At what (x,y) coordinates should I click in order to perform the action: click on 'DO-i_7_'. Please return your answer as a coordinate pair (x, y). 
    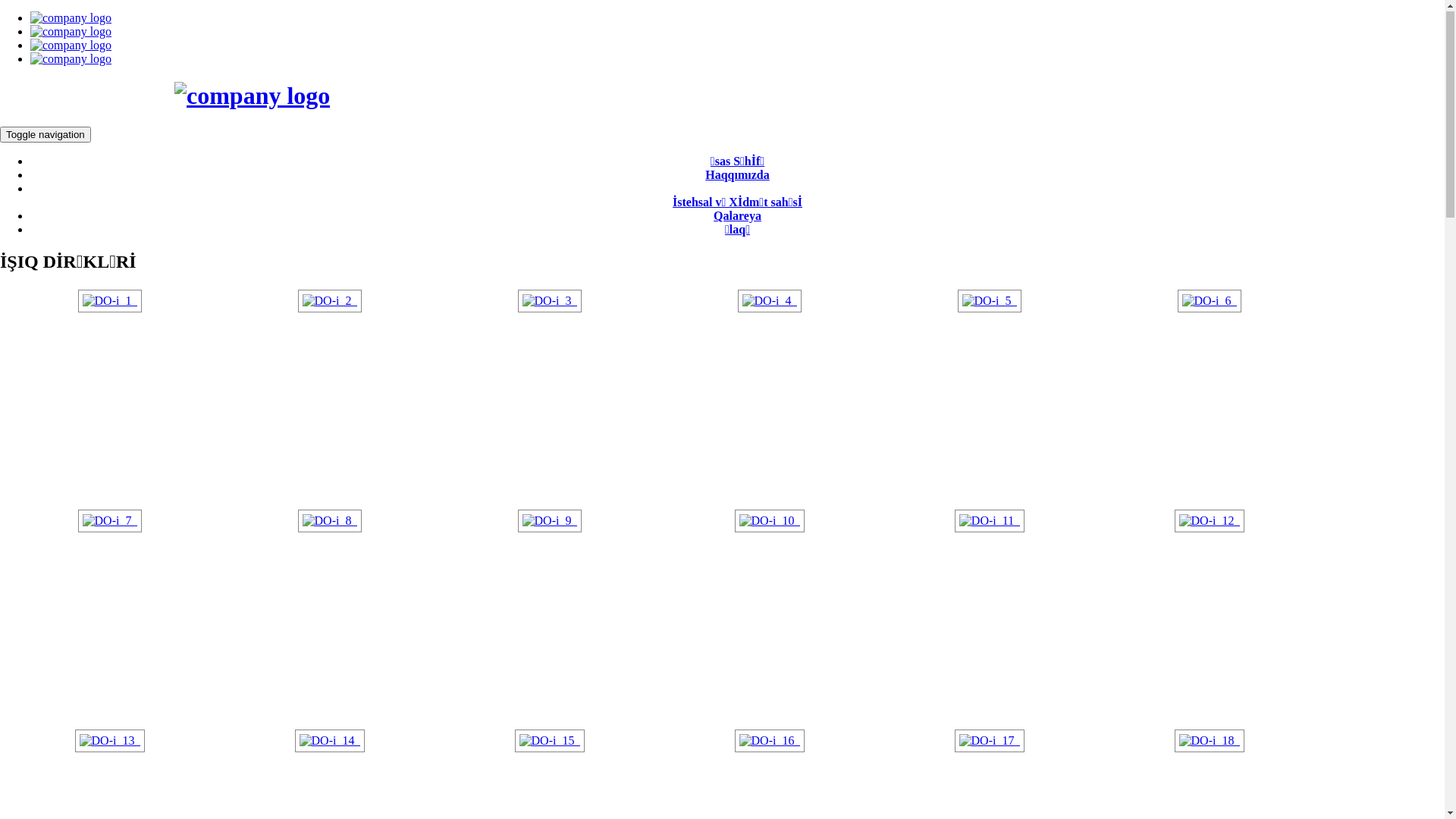
    Looking at the image, I should click on (109, 520).